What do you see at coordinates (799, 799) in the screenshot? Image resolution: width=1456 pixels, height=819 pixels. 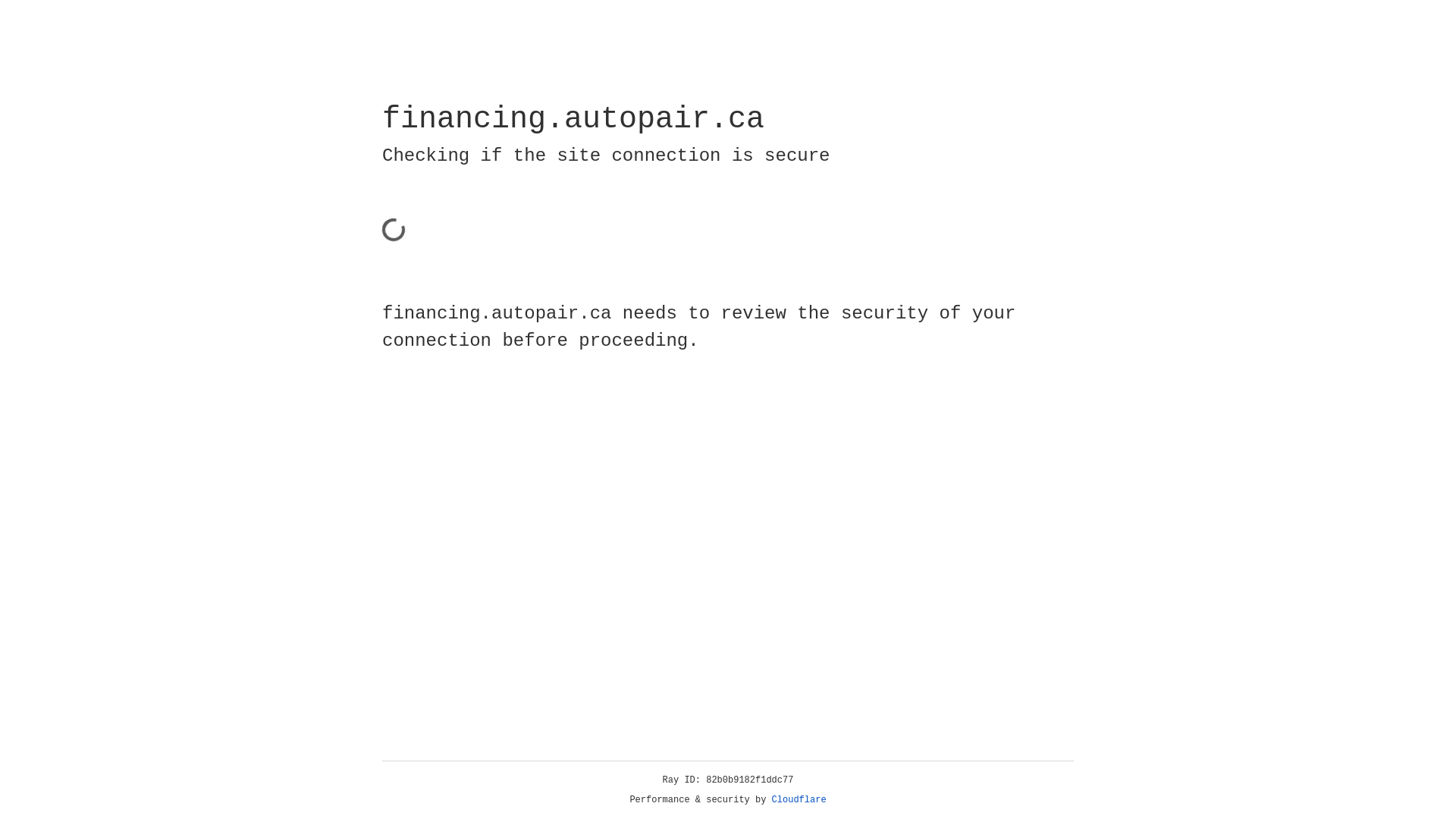 I see `'Cloudflare'` at bounding box center [799, 799].